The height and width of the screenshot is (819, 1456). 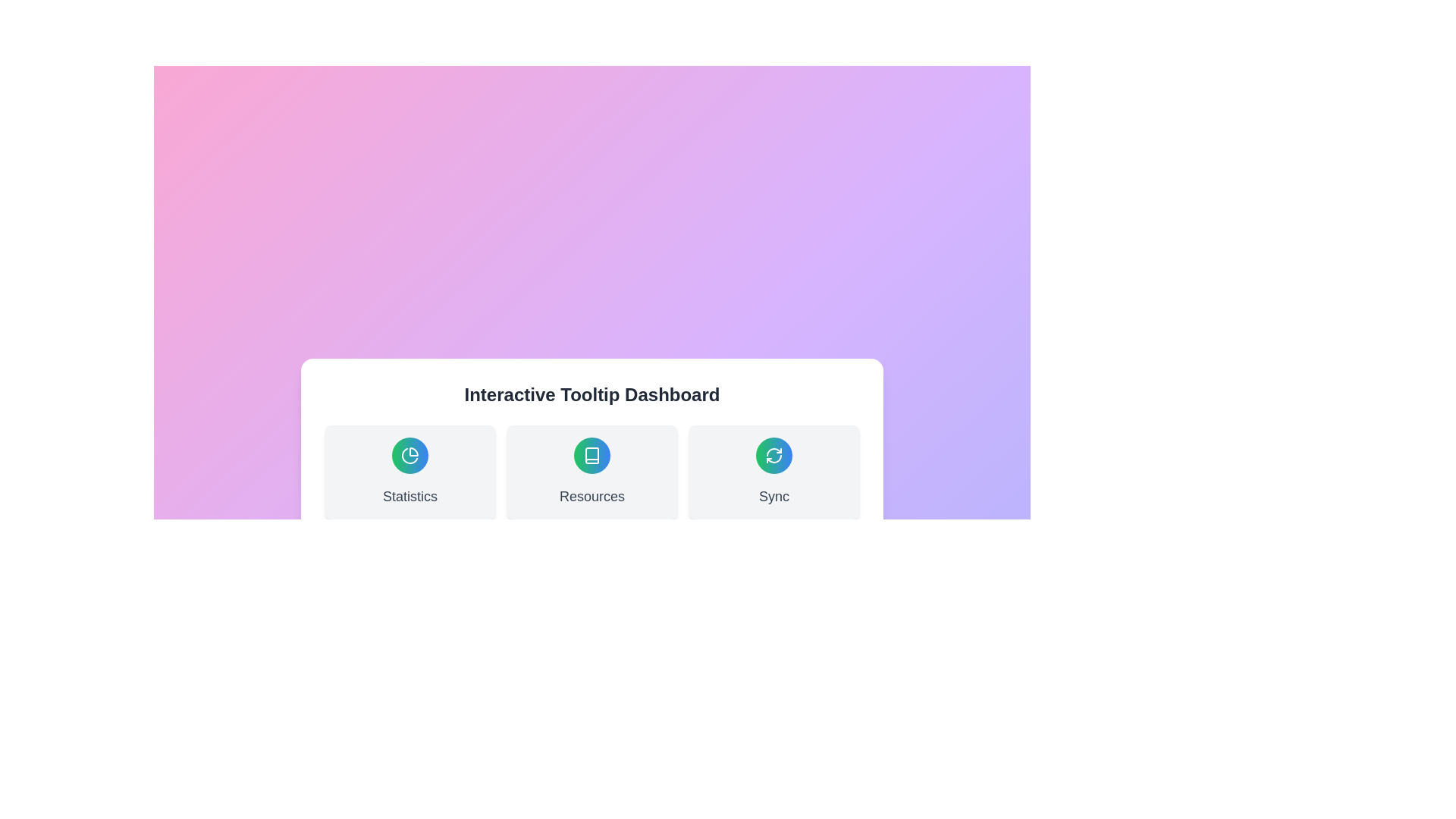 What do you see at coordinates (591, 455) in the screenshot?
I see `the decorative shape within the SVG-based book icon located in the center of the 'Resources' card` at bounding box center [591, 455].